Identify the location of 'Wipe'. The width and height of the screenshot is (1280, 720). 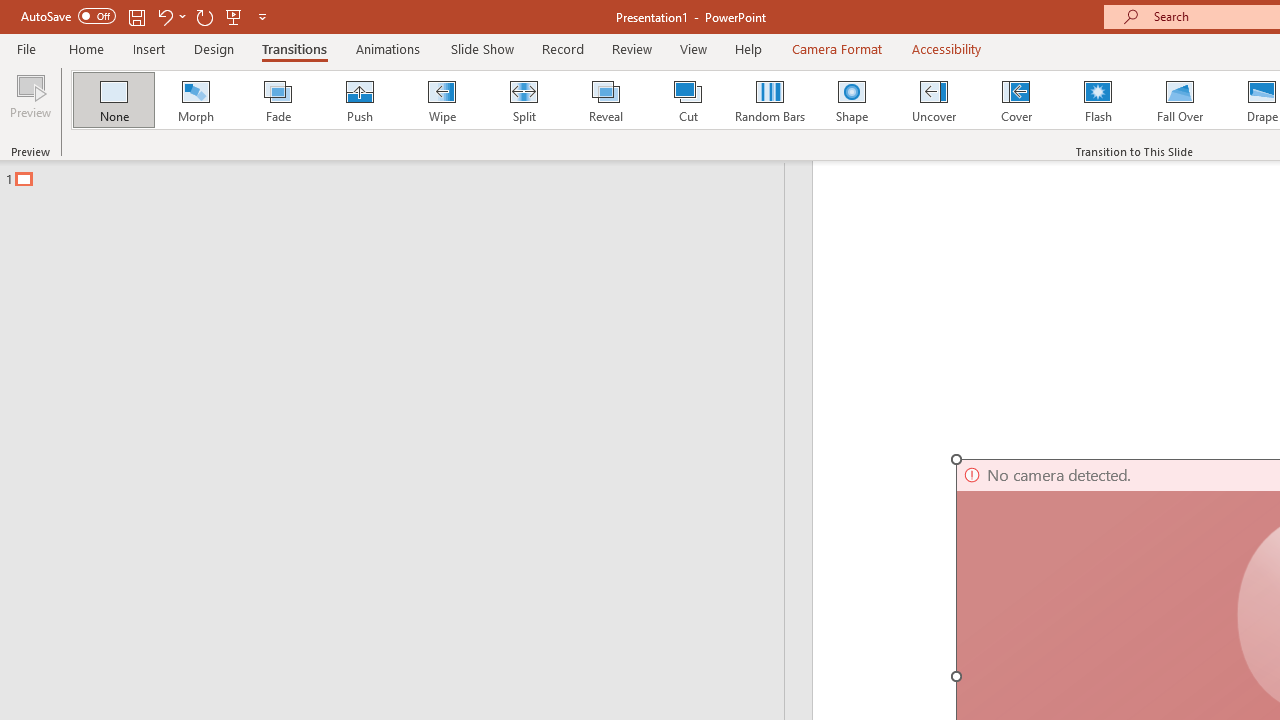
(440, 100).